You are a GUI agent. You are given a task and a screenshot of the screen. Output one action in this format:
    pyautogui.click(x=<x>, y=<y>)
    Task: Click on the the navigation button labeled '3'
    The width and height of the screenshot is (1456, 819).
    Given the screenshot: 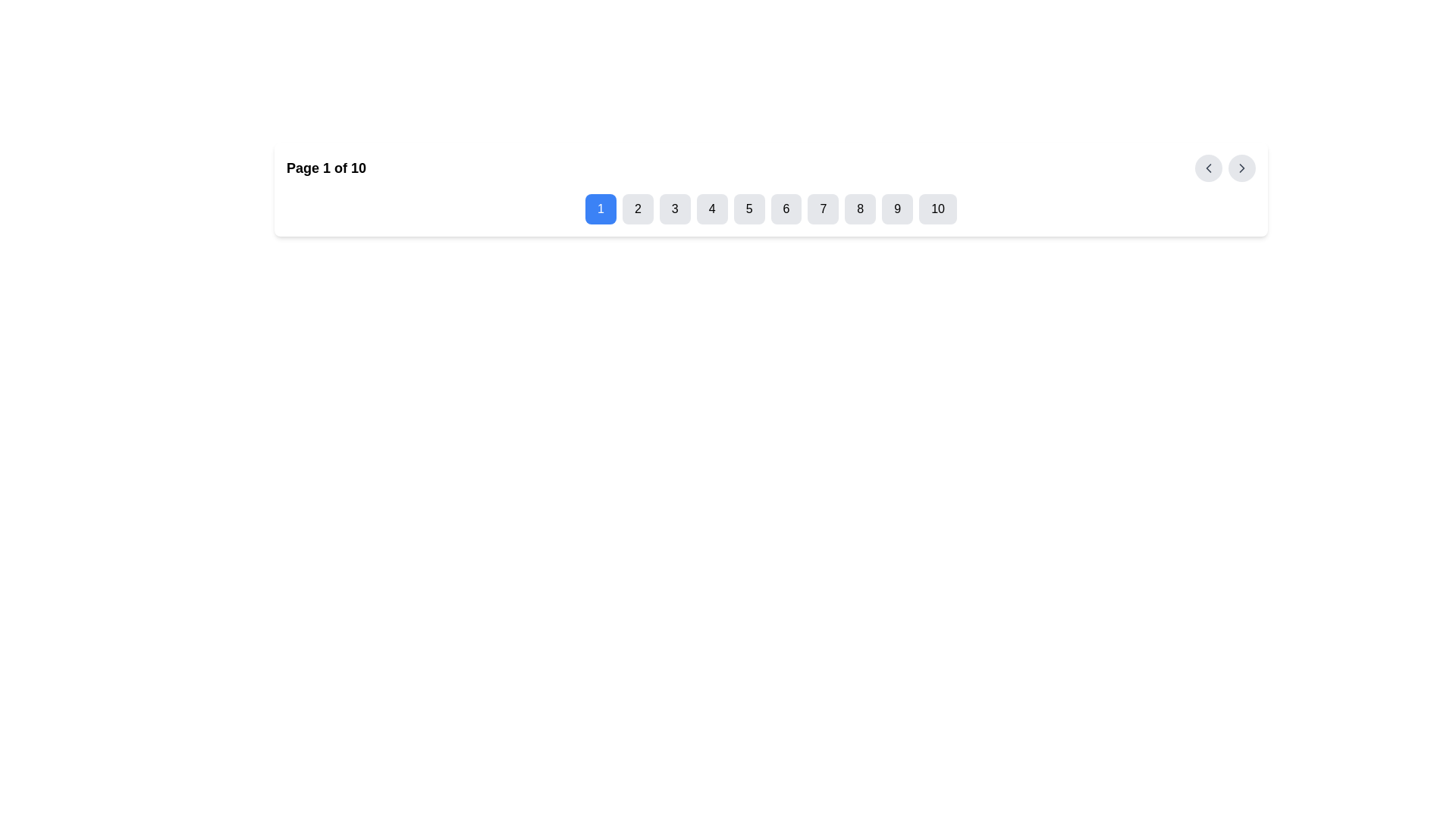 What is the action you would take?
    pyautogui.click(x=674, y=209)
    